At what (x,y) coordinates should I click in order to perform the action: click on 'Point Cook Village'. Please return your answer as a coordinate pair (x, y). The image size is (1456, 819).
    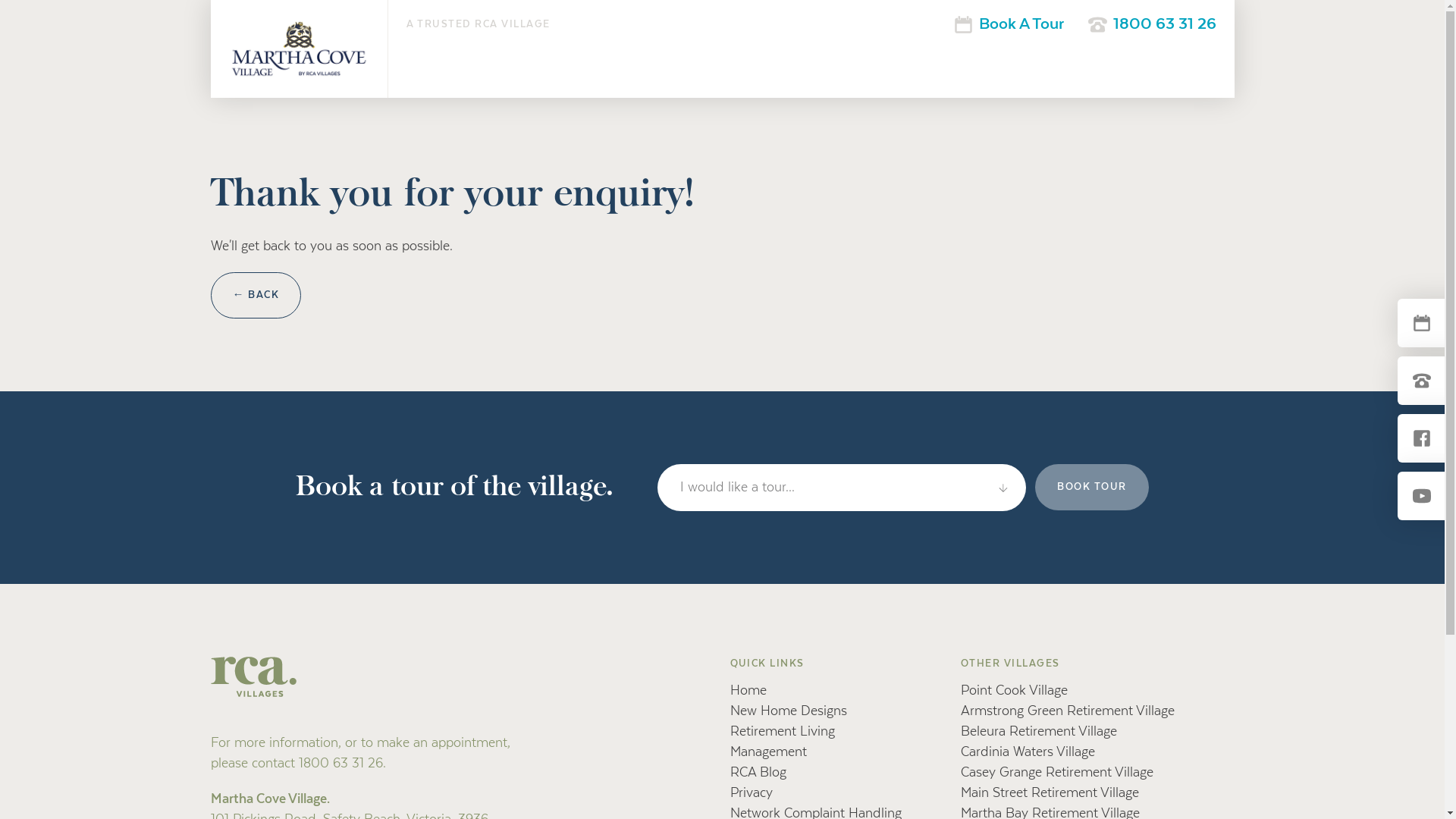
    Looking at the image, I should click on (1014, 690).